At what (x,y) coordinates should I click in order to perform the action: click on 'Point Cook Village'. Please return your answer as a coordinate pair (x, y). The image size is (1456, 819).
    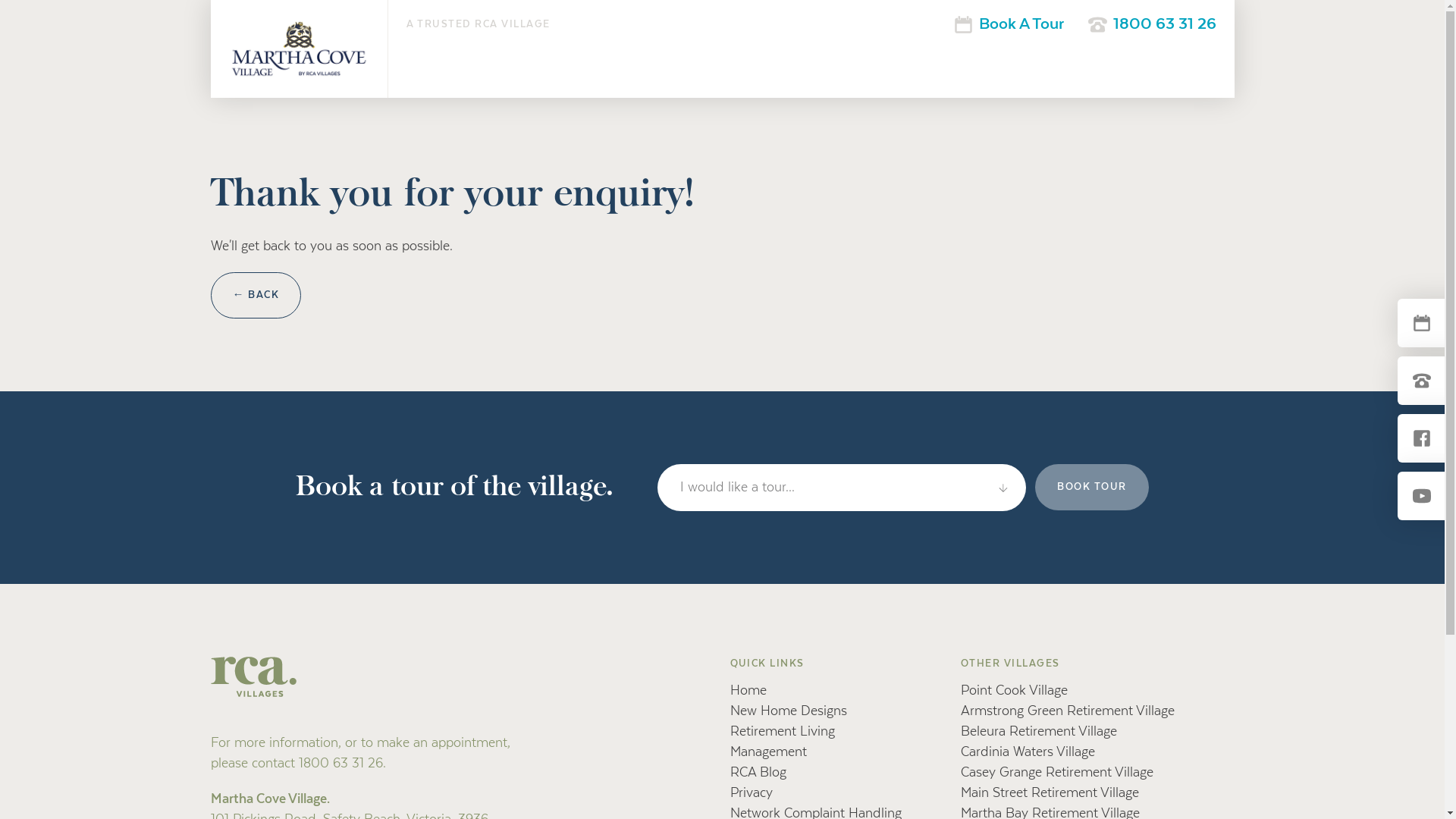
    Looking at the image, I should click on (1014, 690).